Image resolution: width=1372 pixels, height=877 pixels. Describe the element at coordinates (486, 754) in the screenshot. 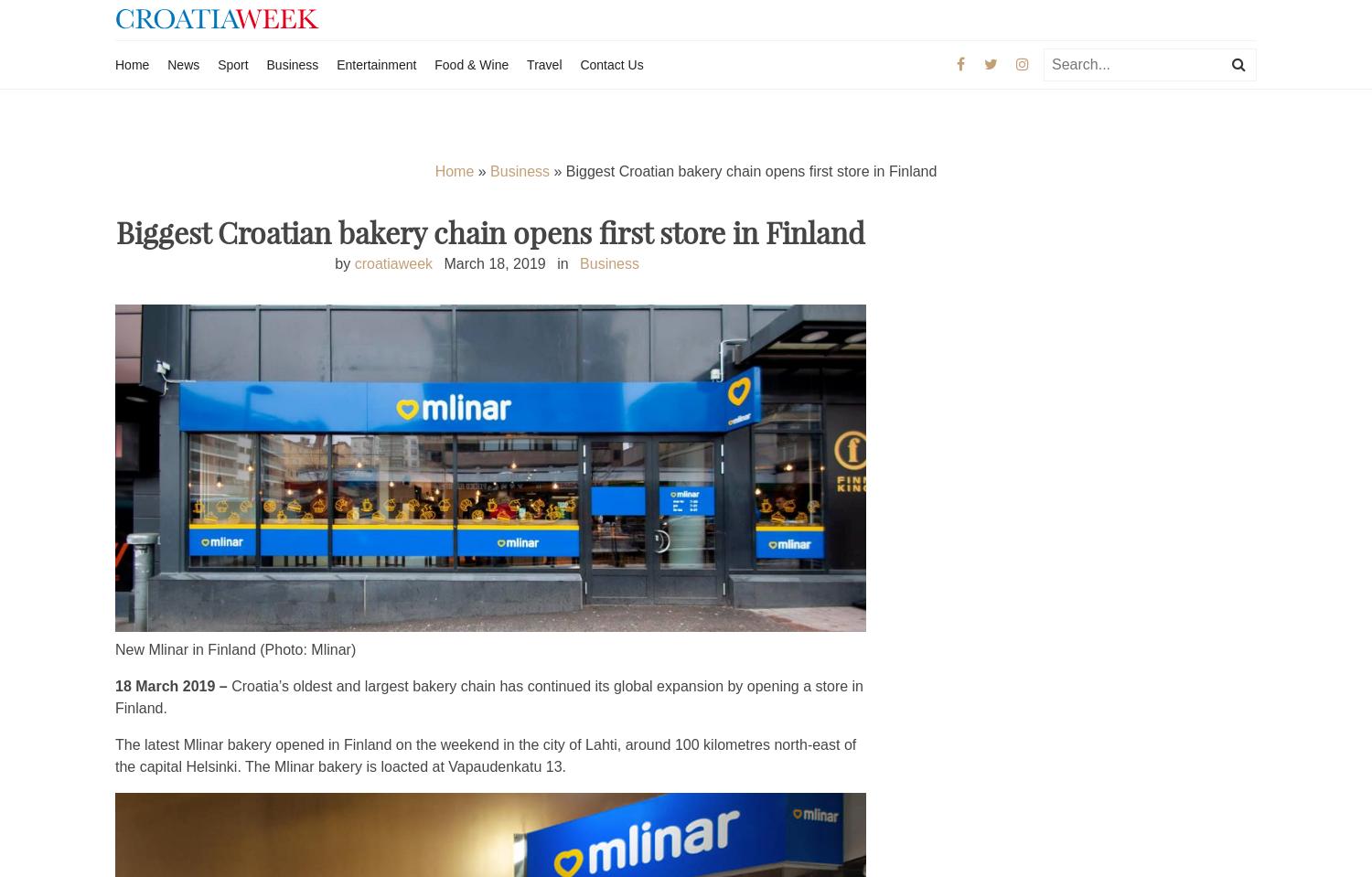

I see `'The latest Mlinar bakery opened in Finland on the weekend in the city of Lahti, around 100 kilometres north-east of the capital Helsinki. The Mlinar bakery is loacted at Vapaudenkatu 13.'` at that location.